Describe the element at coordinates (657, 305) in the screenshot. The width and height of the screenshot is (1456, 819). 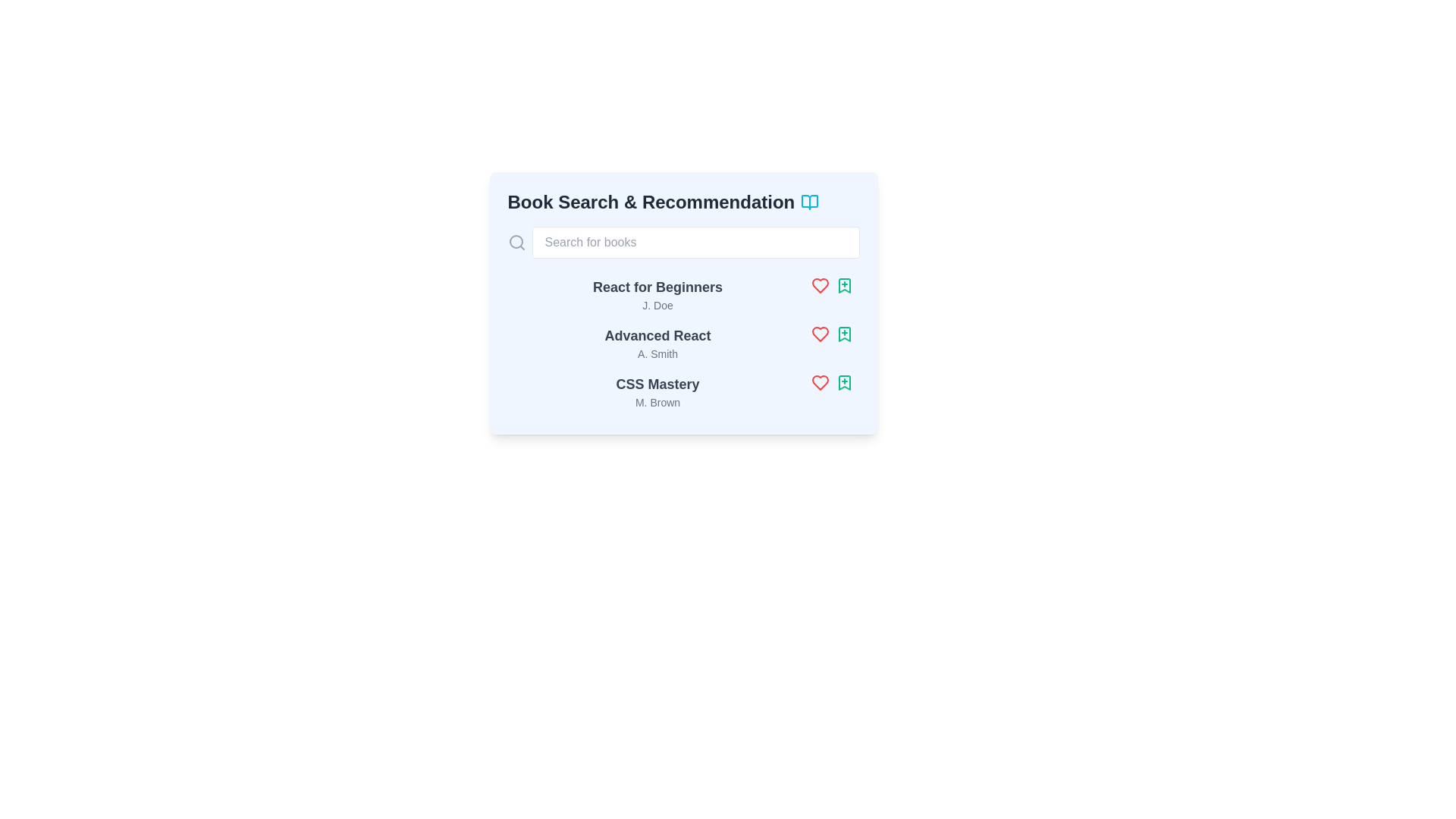
I see `the static text display that shows the author of the book 'React for Beginners', located just below the title within the list layout` at that location.